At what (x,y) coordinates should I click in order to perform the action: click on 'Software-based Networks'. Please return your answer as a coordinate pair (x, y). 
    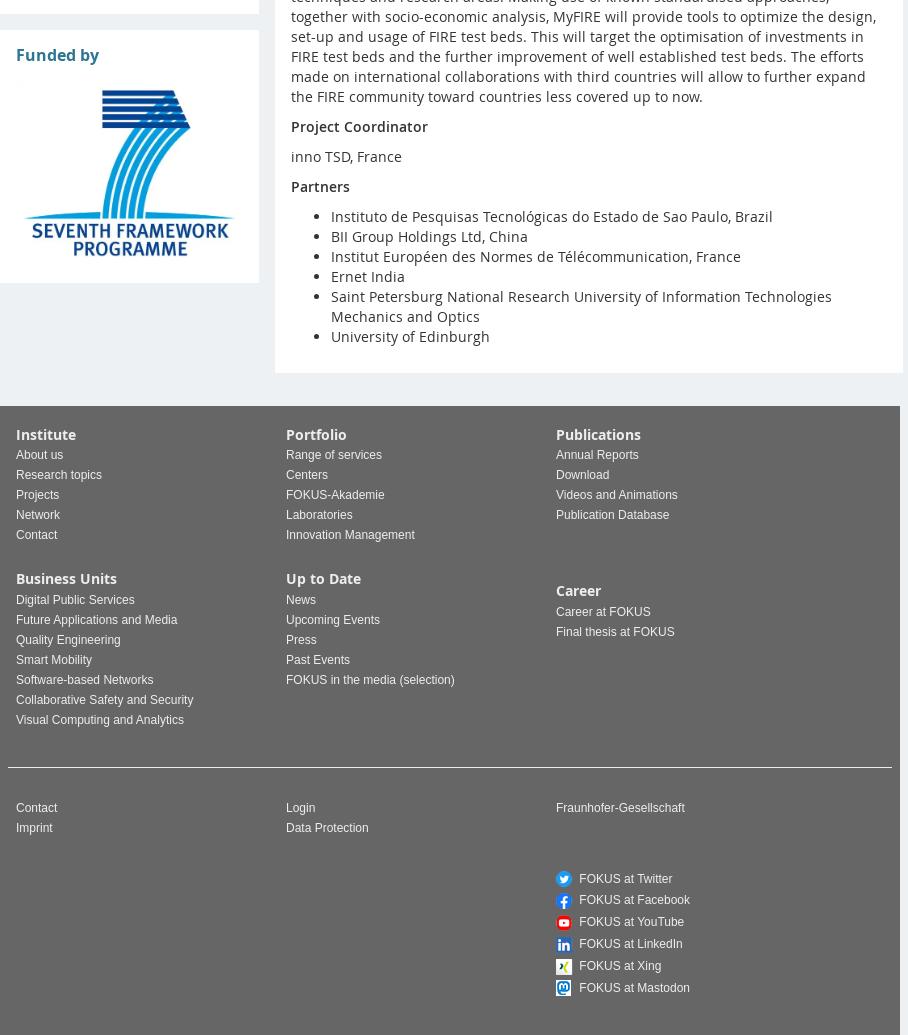
    Looking at the image, I should click on (83, 677).